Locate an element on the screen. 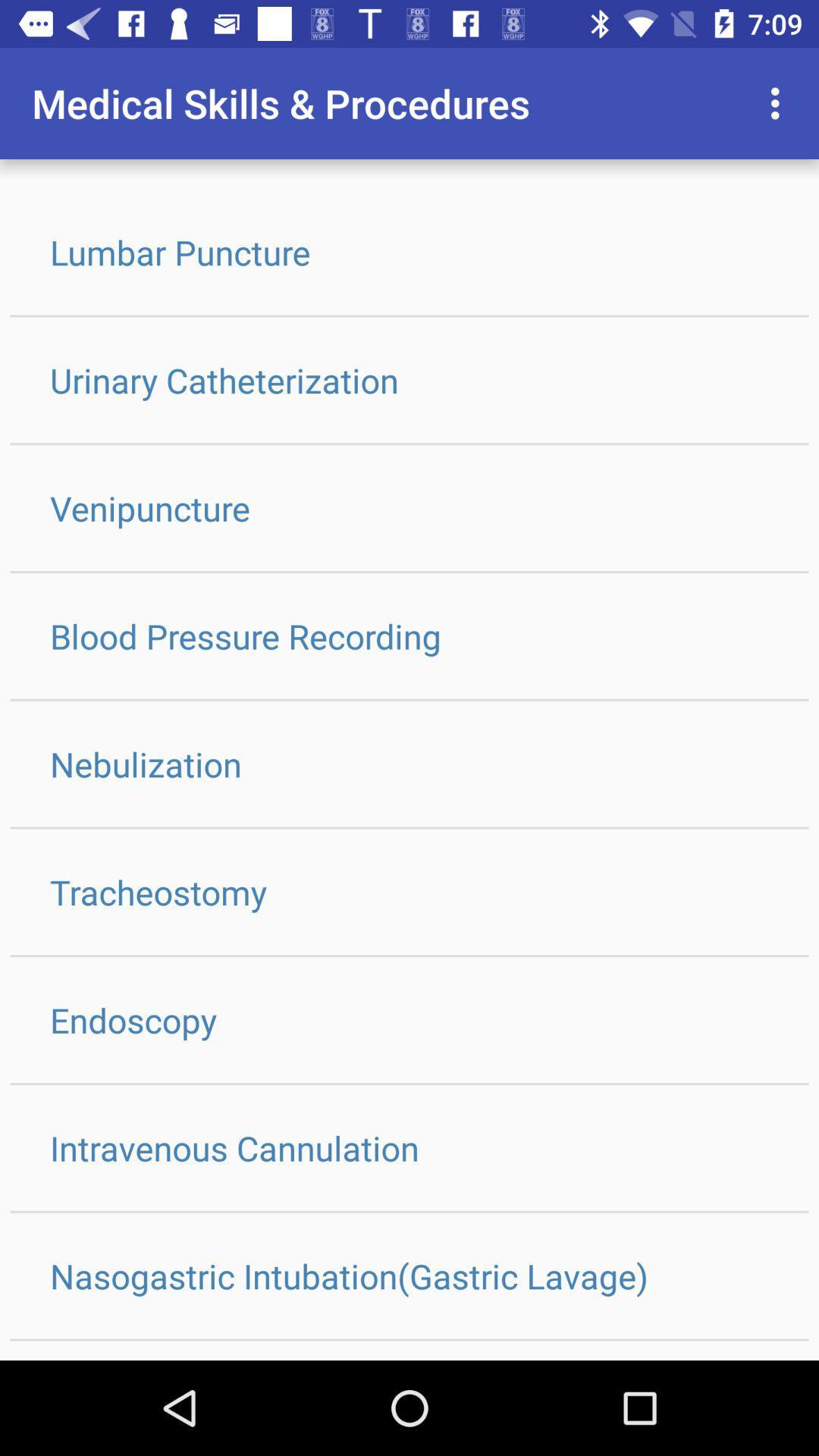 The height and width of the screenshot is (1456, 819). the item below the lumbar puncture item is located at coordinates (409, 380).